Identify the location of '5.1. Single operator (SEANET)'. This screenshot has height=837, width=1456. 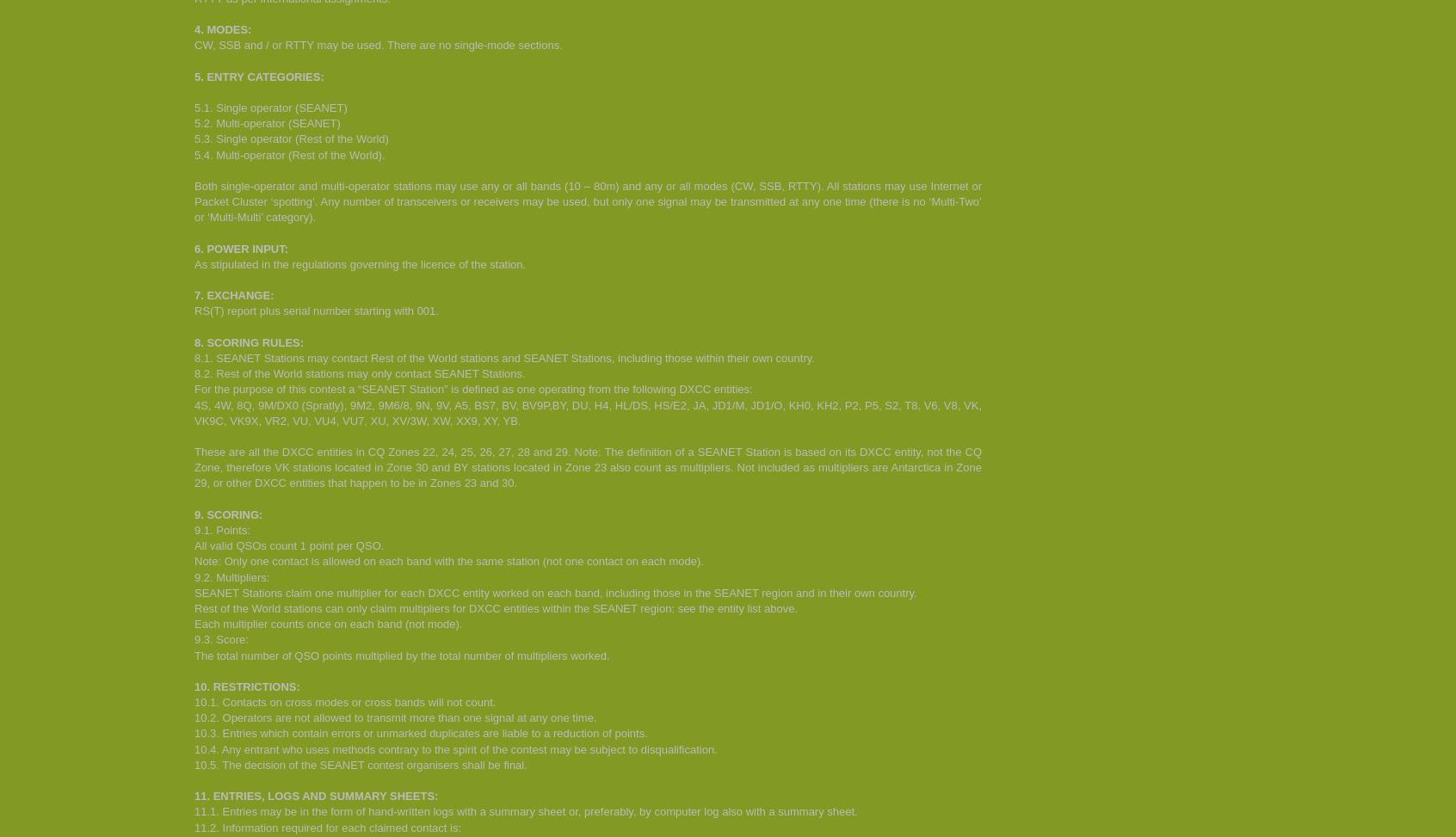
(194, 106).